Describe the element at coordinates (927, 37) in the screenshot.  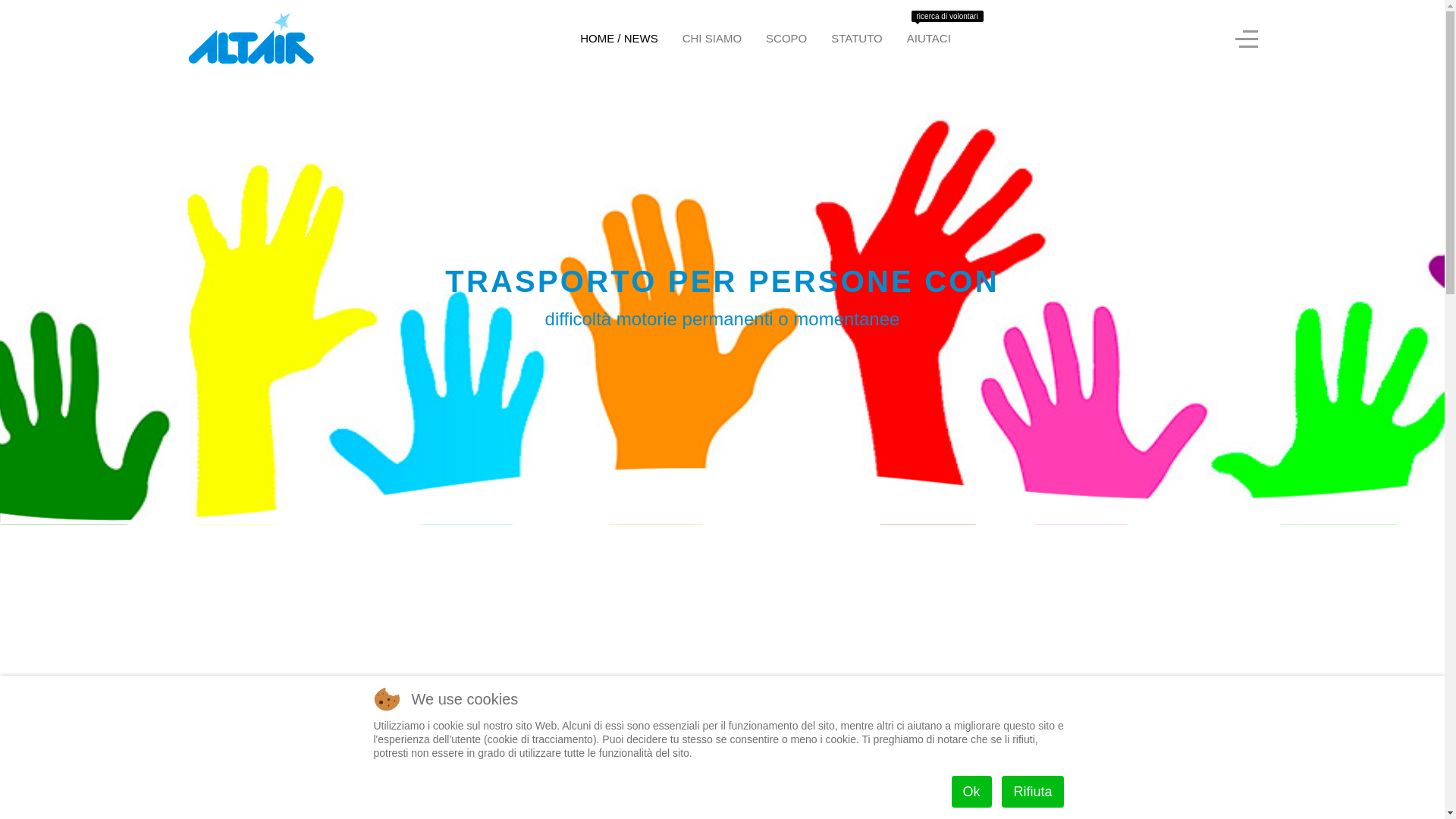
I see `'AIUTACI` at that location.